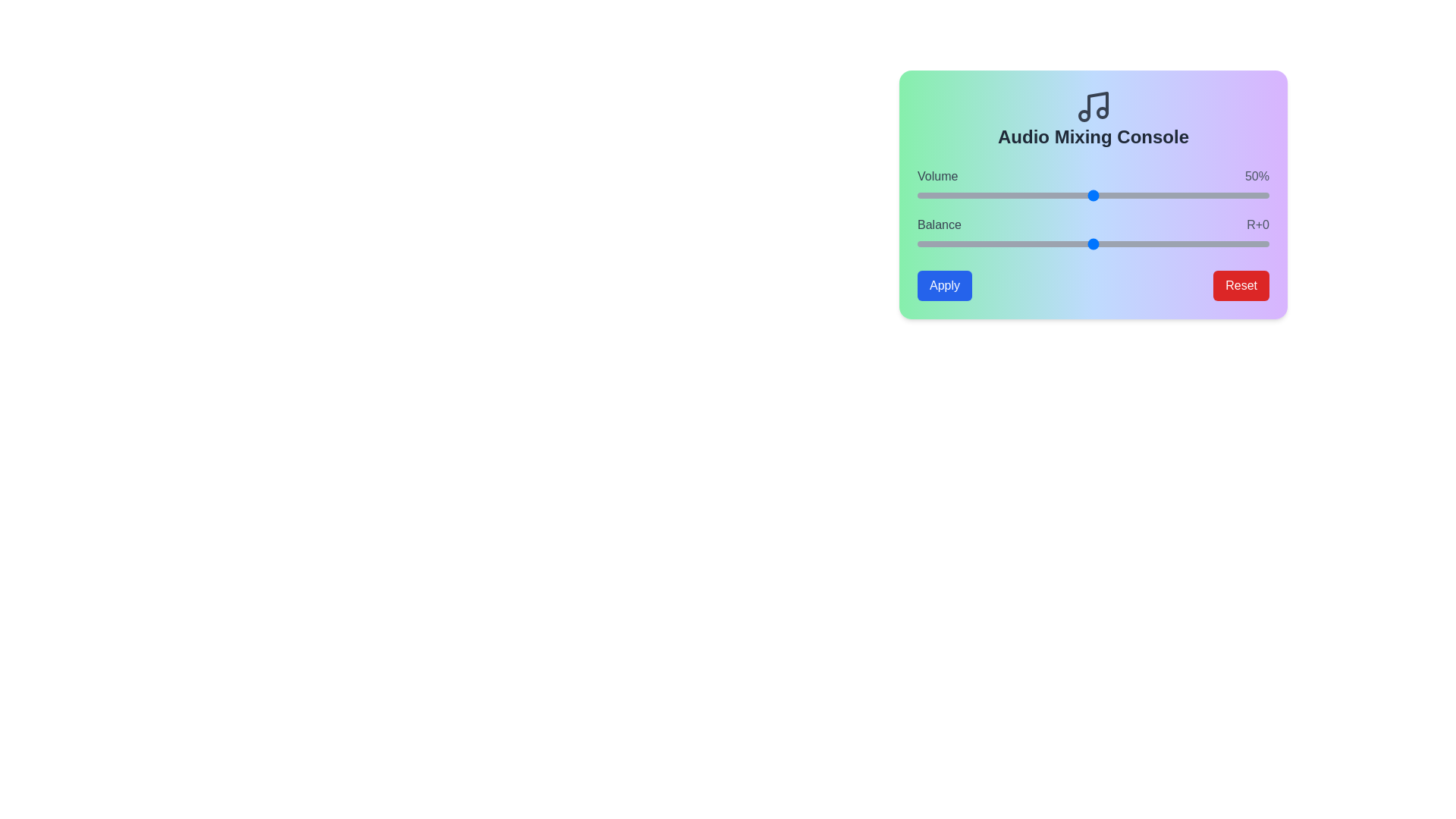  I want to click on the main heading text element that describes the functionality of the application, positioned centrally below the musical note icon, so click(1093, 137).